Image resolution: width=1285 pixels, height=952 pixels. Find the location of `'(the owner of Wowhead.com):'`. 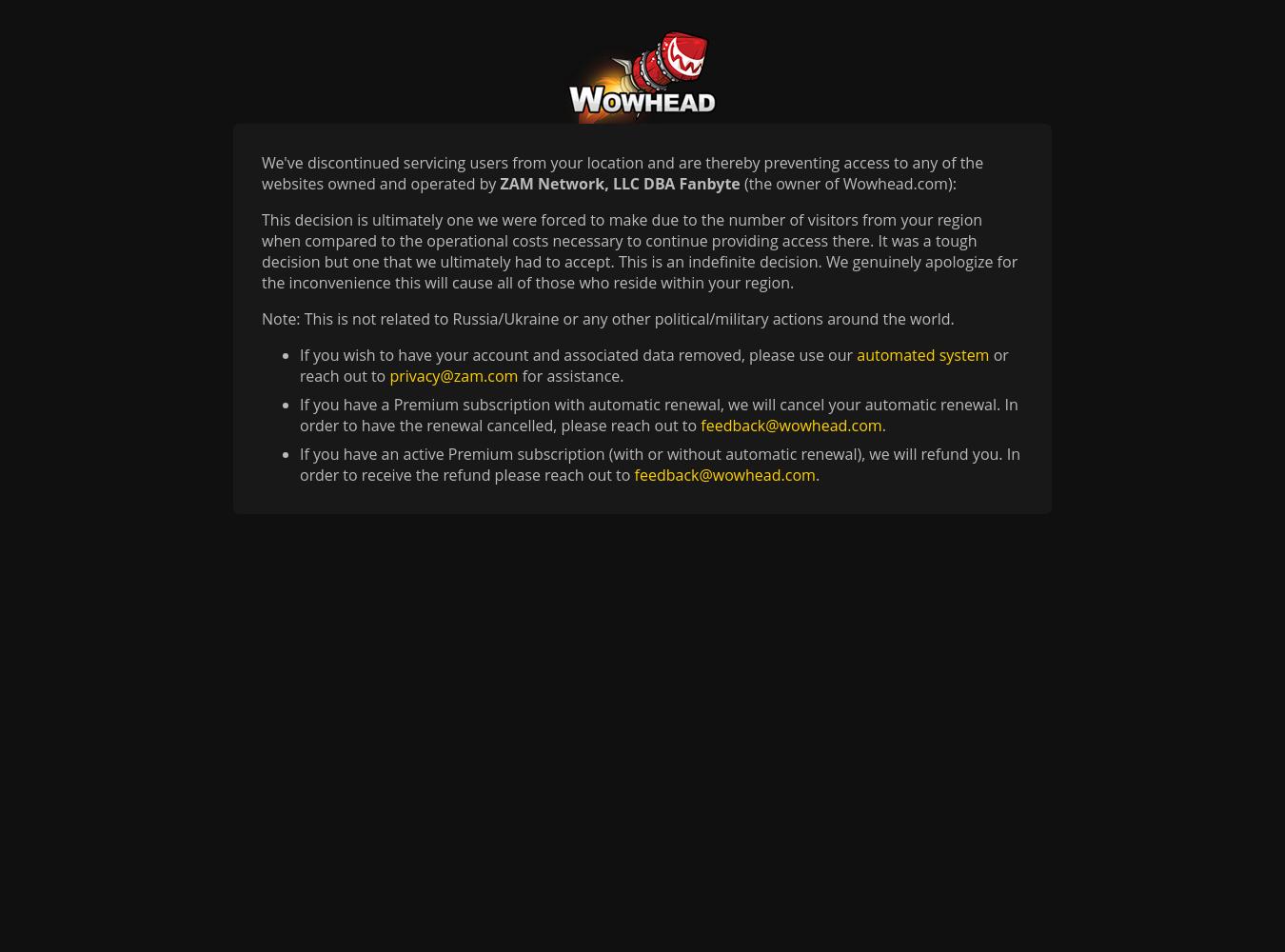

'(the owner of Wowhead.com):' is located at coordinates (847, 183).